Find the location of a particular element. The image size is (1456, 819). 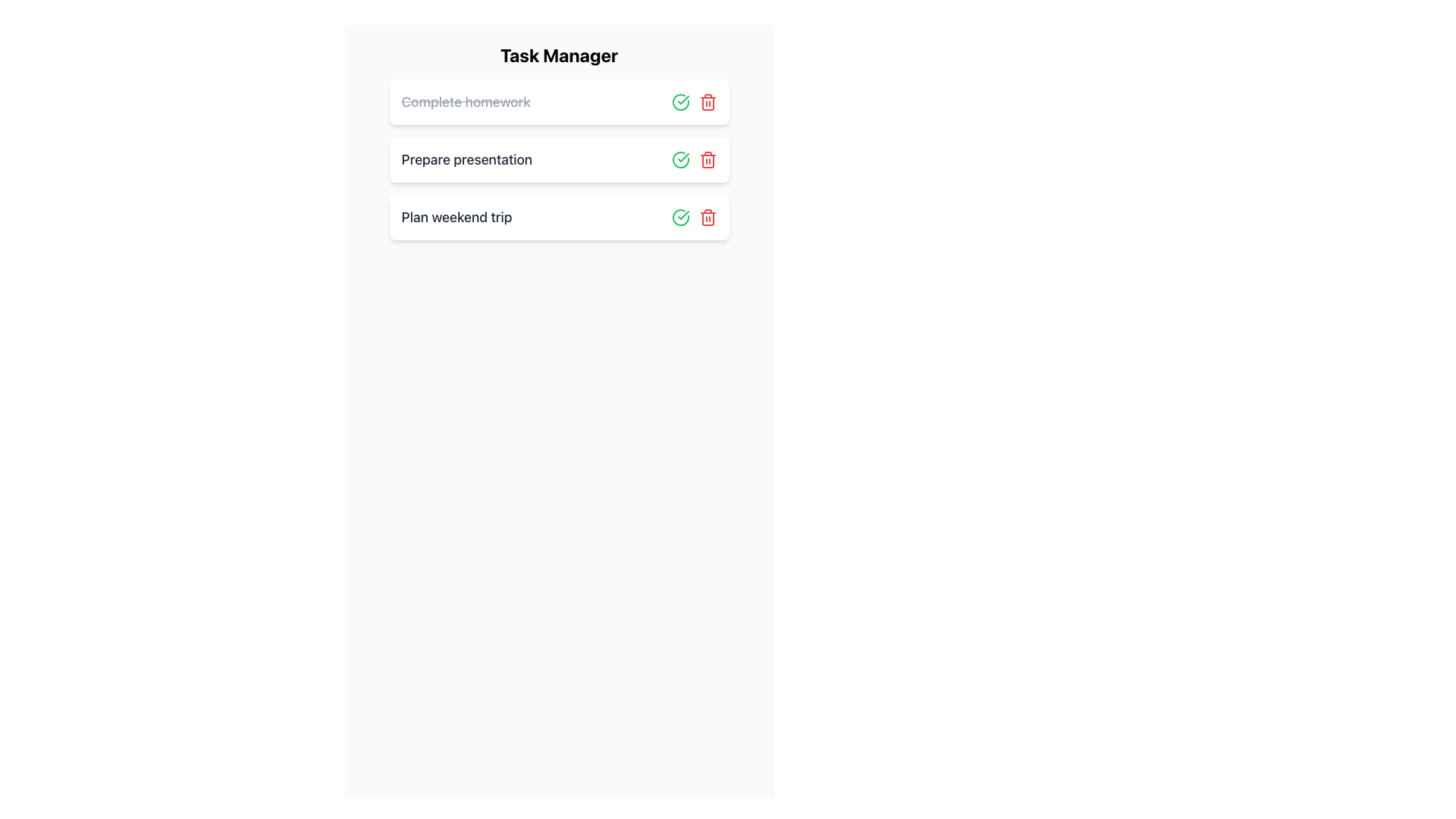

the green circular check mark icon located at the right end of the first row in the 'Task Manager' interface is located at coordinates (679, 102).